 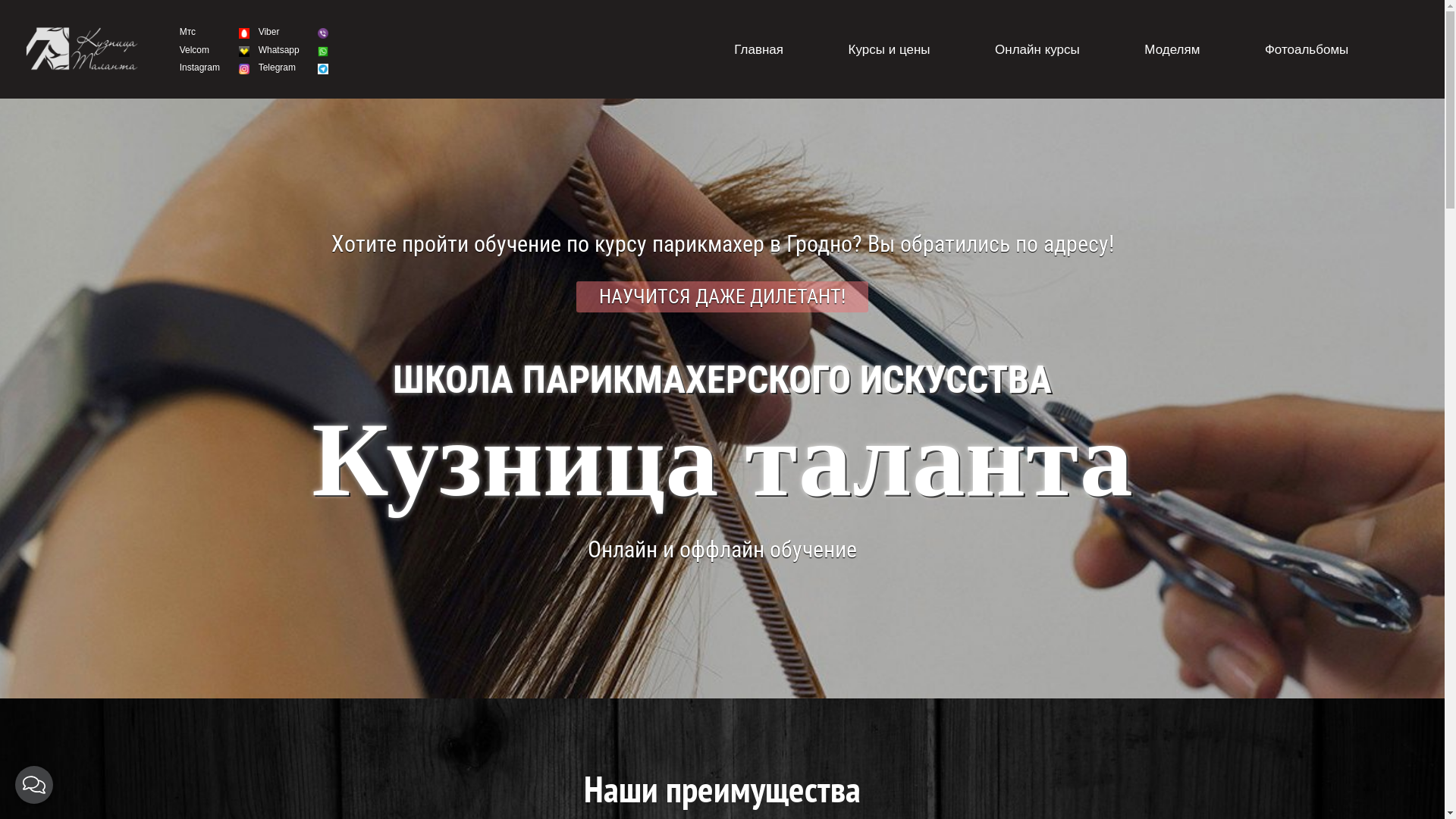 I want to click on 'Whatsapp', so click(x=279, y=49).